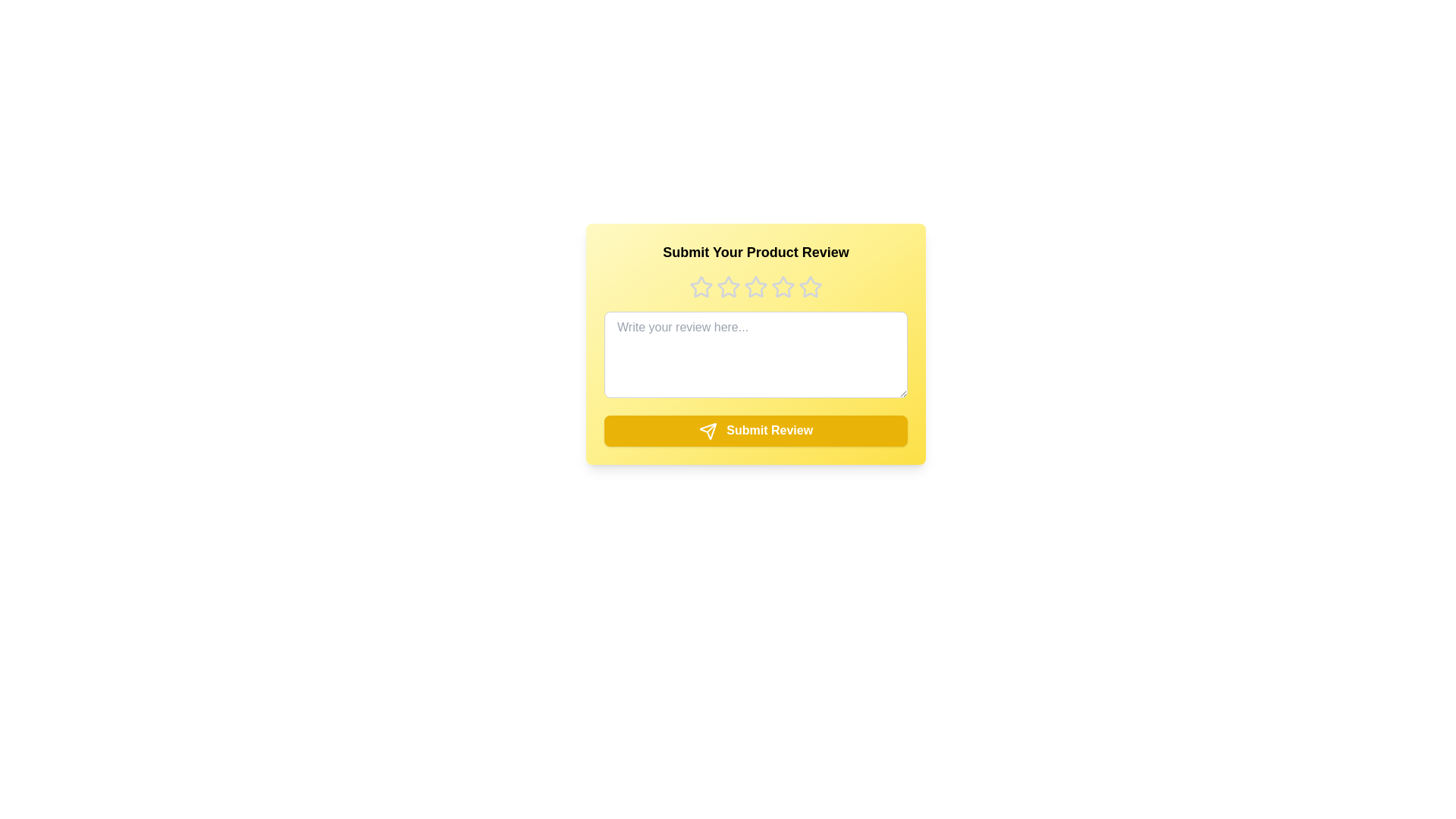  What do you see at coordinates (810, 287) in the screenshot?
I see `the last star-shaped rating icon in the horizontal row of stars` at bounding box center [810, 287].